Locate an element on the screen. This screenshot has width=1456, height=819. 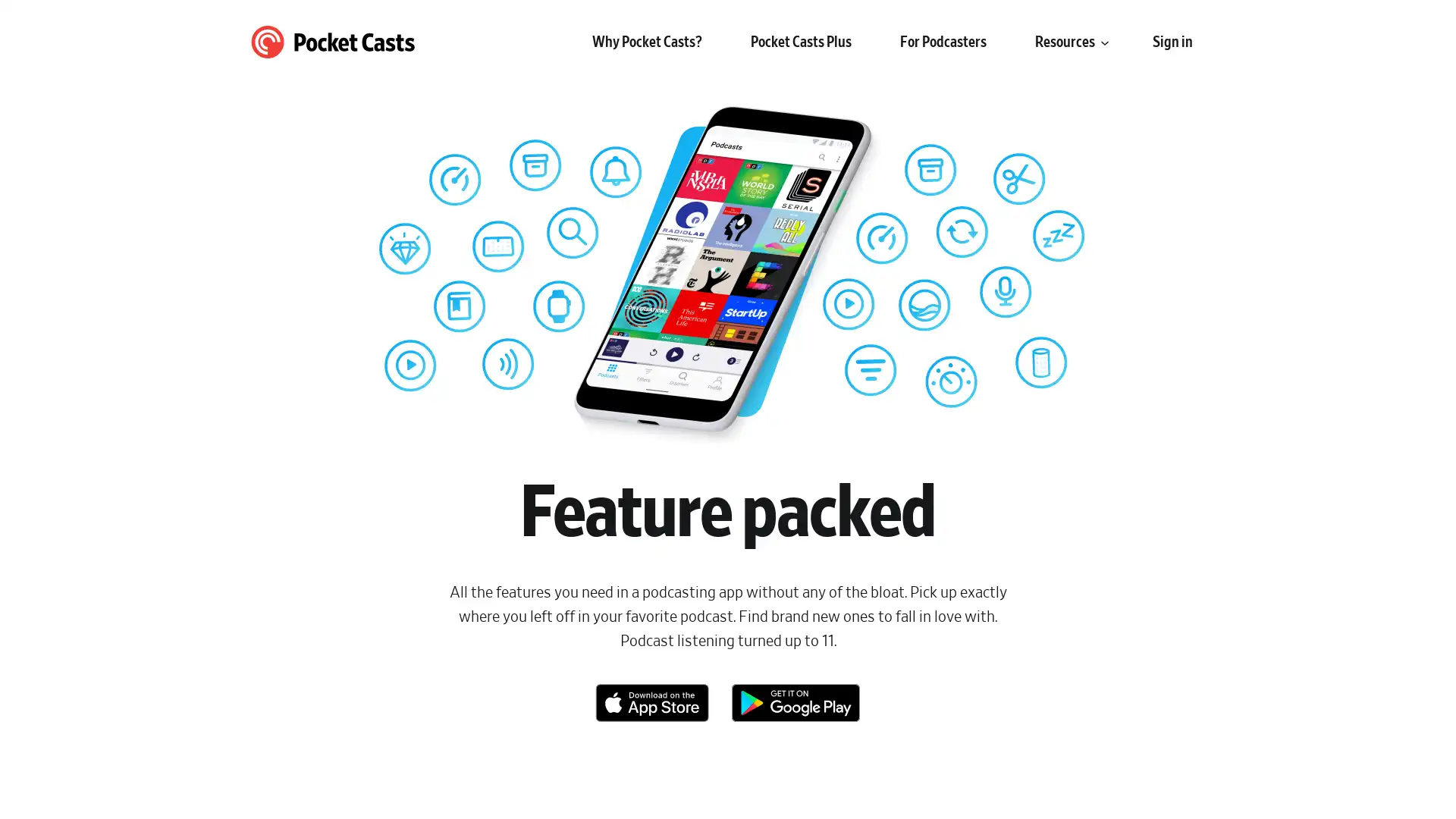
Resources submenu is located at coordinates (1064, 40).